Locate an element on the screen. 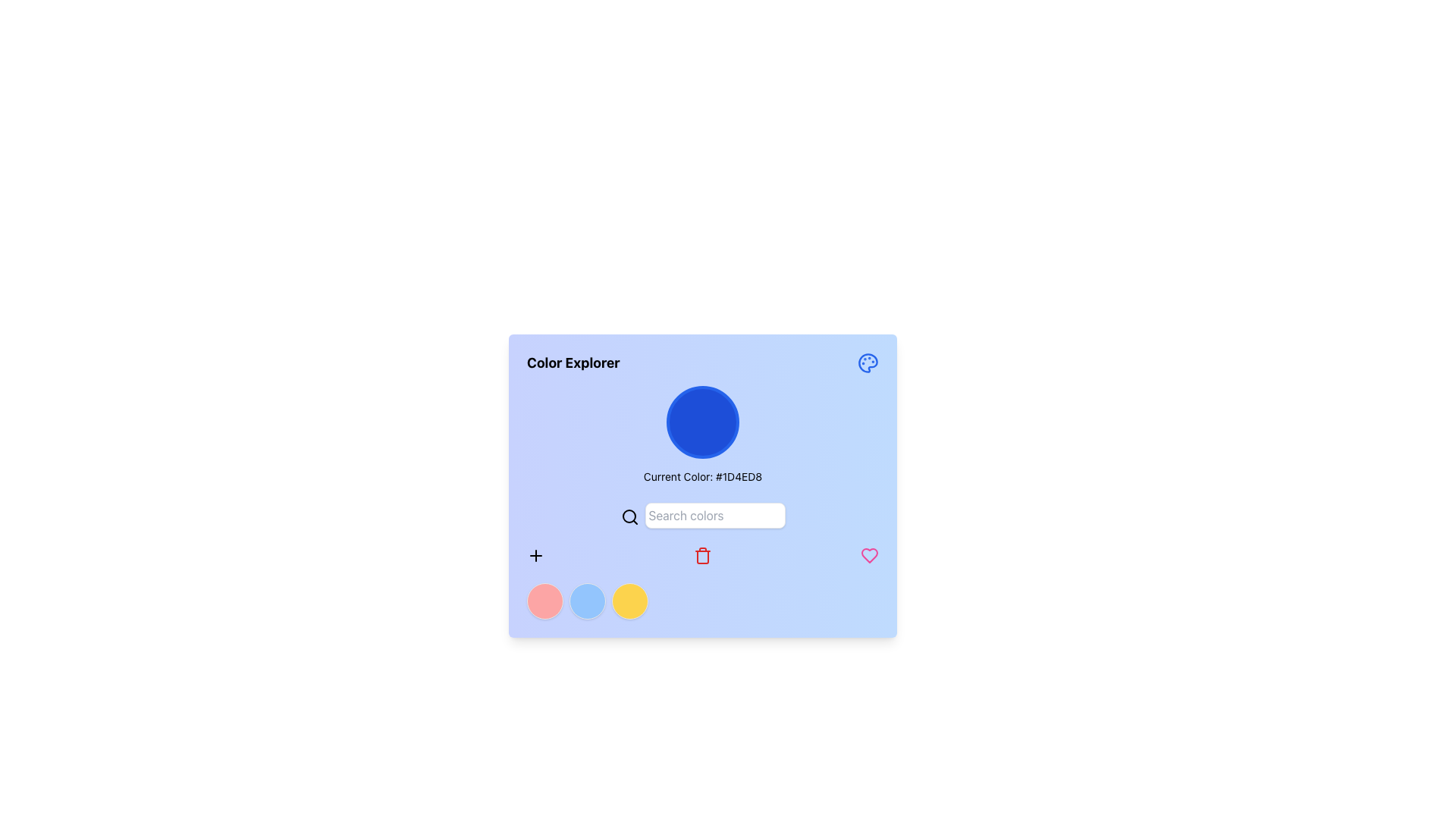 This screenshot has height=819, width=1456. the blue palette-shaped icon with circular accents located at the top-right corner of the 'Color Explorer' panel is located at coordinates (868, 362).